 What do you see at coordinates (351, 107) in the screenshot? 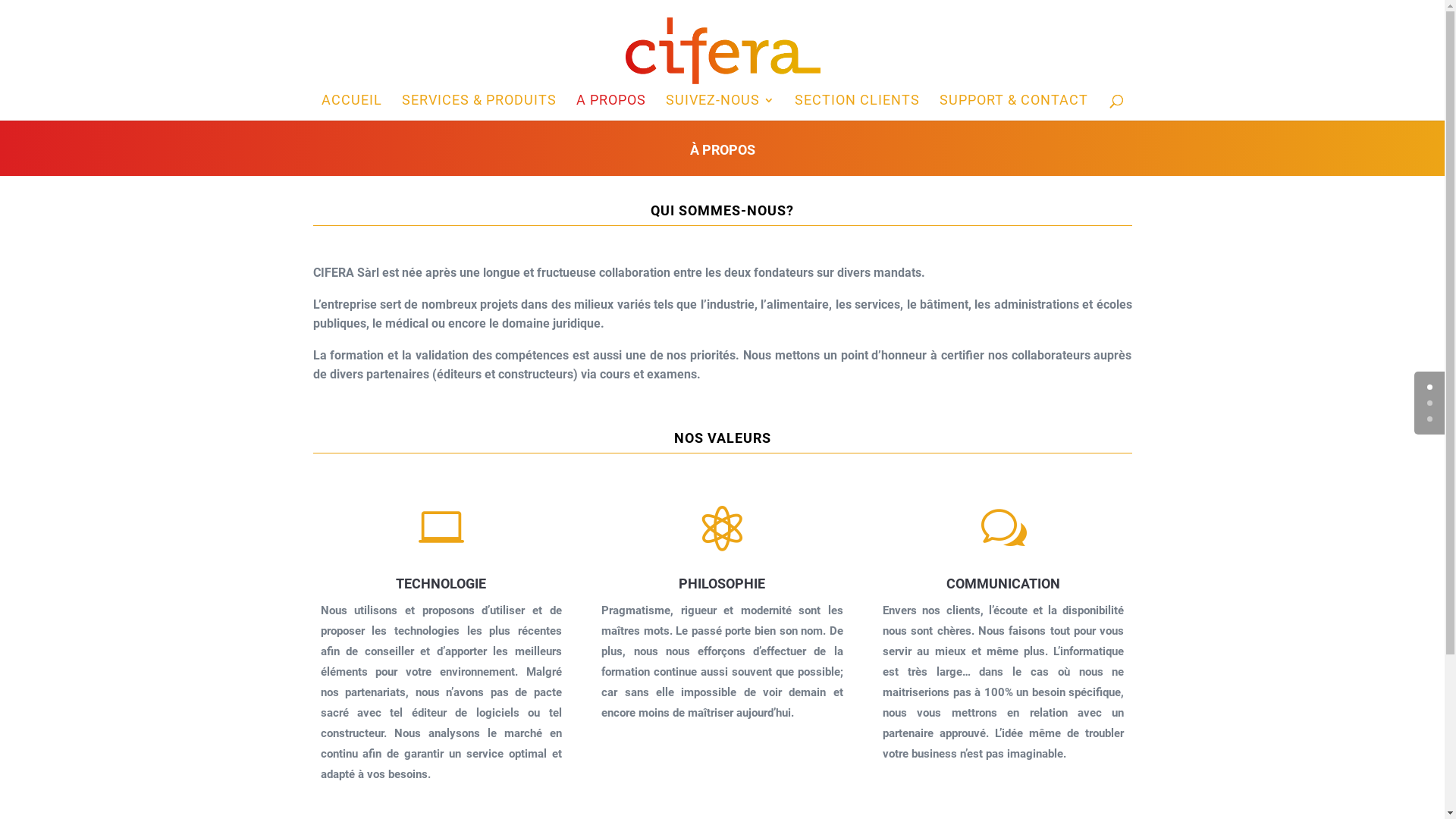
I see `'ACCUEIL'` at bounding box center [351, 107].